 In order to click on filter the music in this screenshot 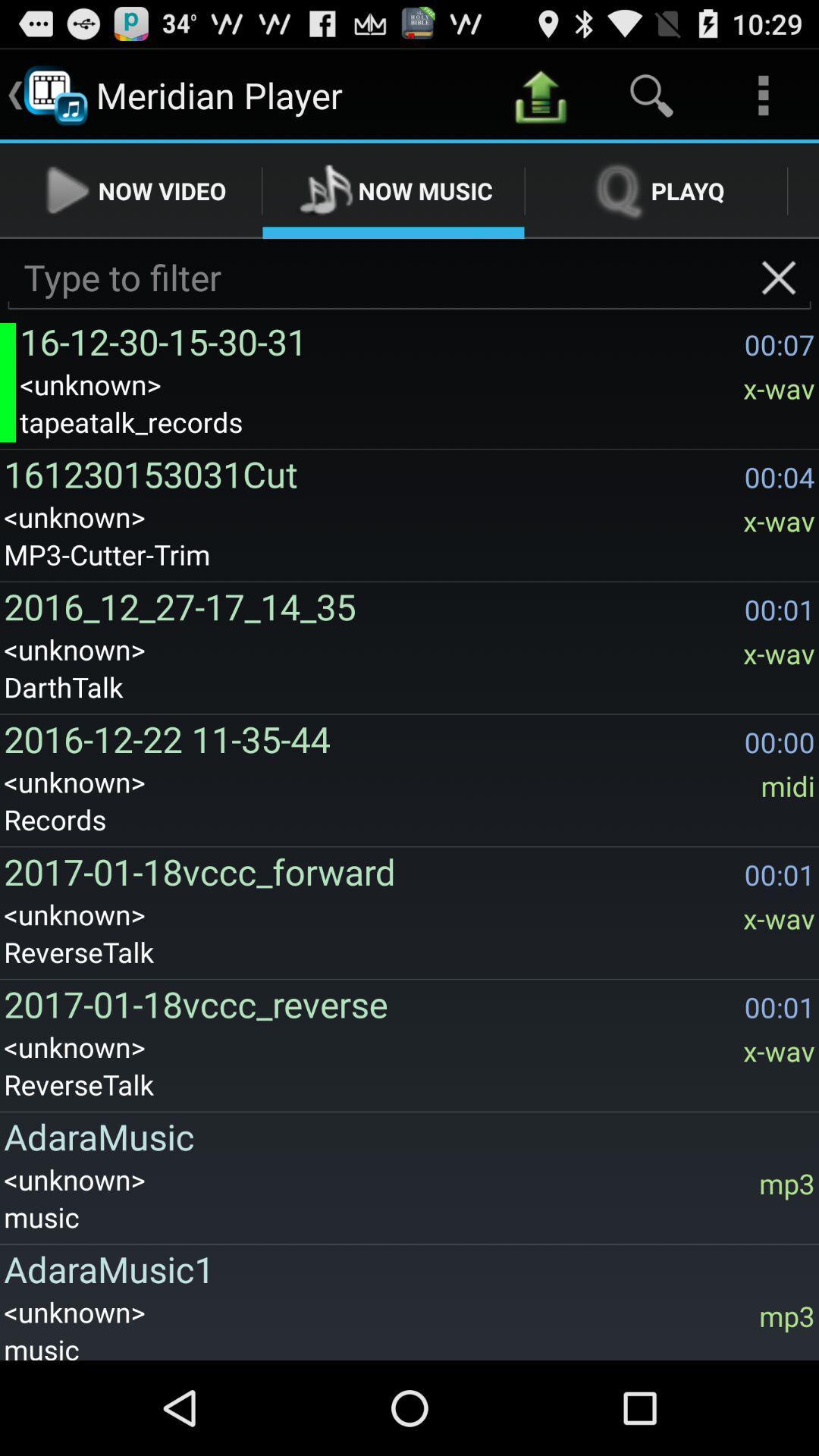, I will do `click(409, 278)`.